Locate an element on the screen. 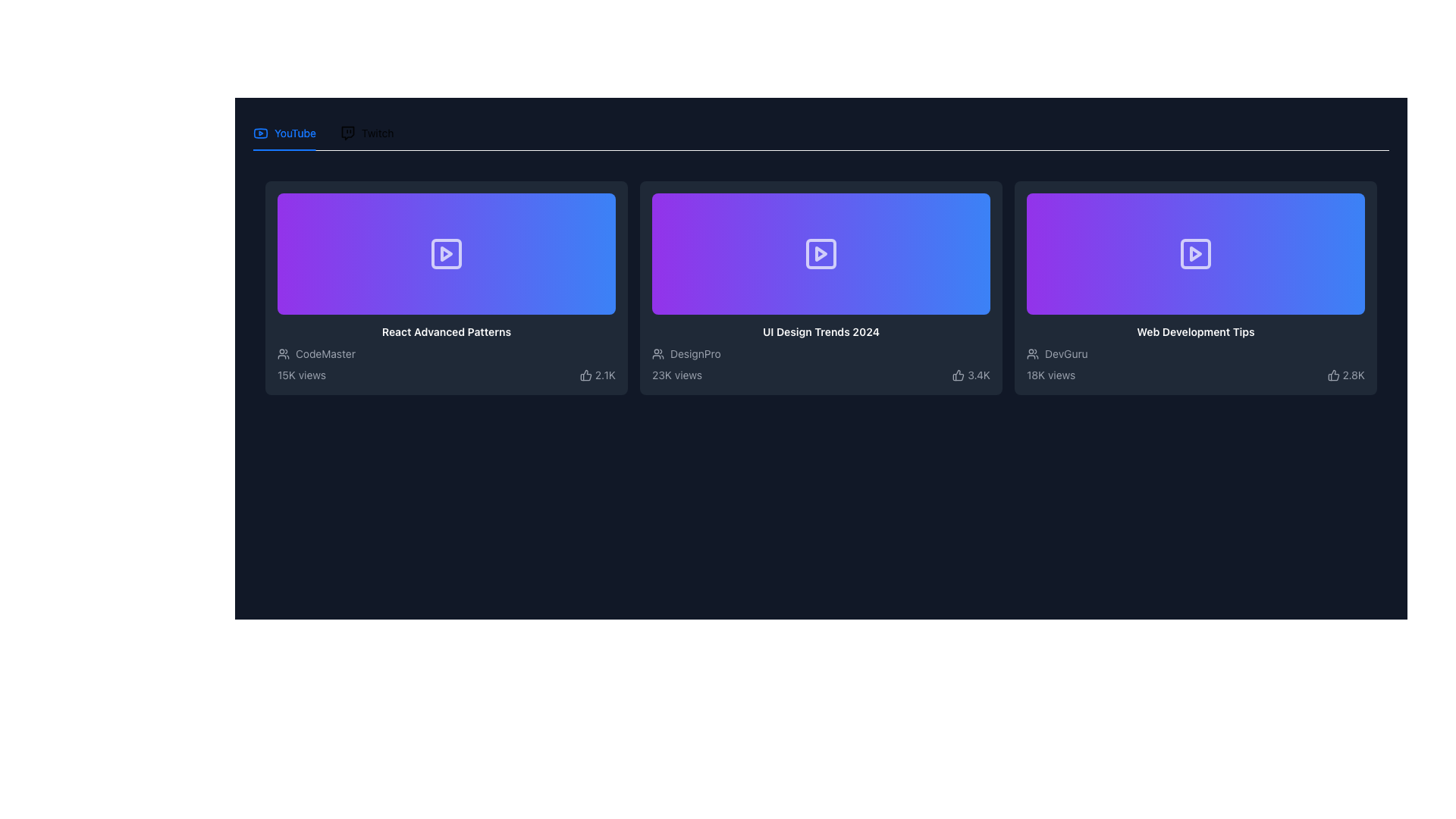 The width and height of the screenshot is (1456, 819). the media playback indicator in the middle column of the three-column grid row to play the associated content for 'UI Design Trends 2024.' is located at coordinates (821, 253).